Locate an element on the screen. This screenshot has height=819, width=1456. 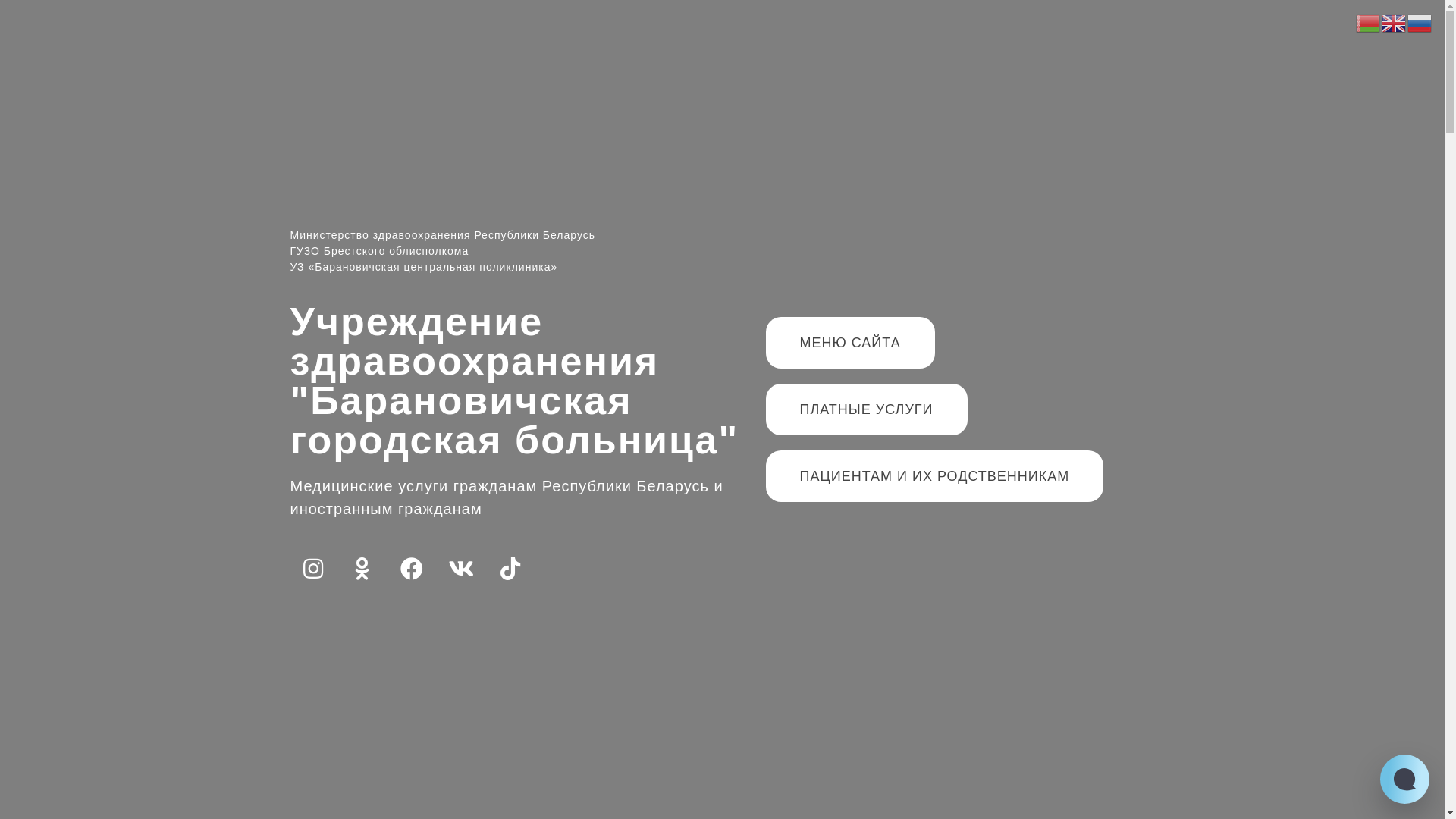
'English' is located at coordinates (1394, 22).